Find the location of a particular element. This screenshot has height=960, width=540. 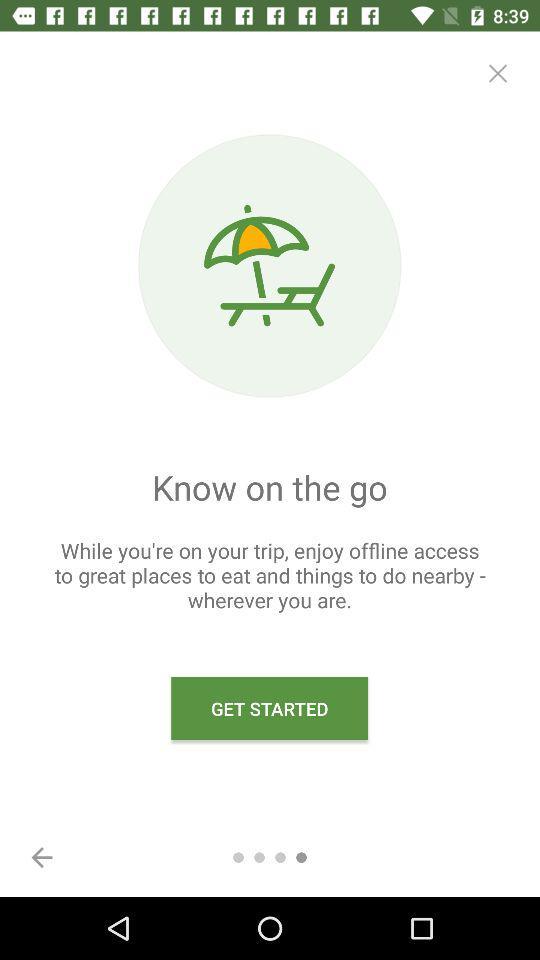

item above the while you re icon is located at coordinates (496, 73).